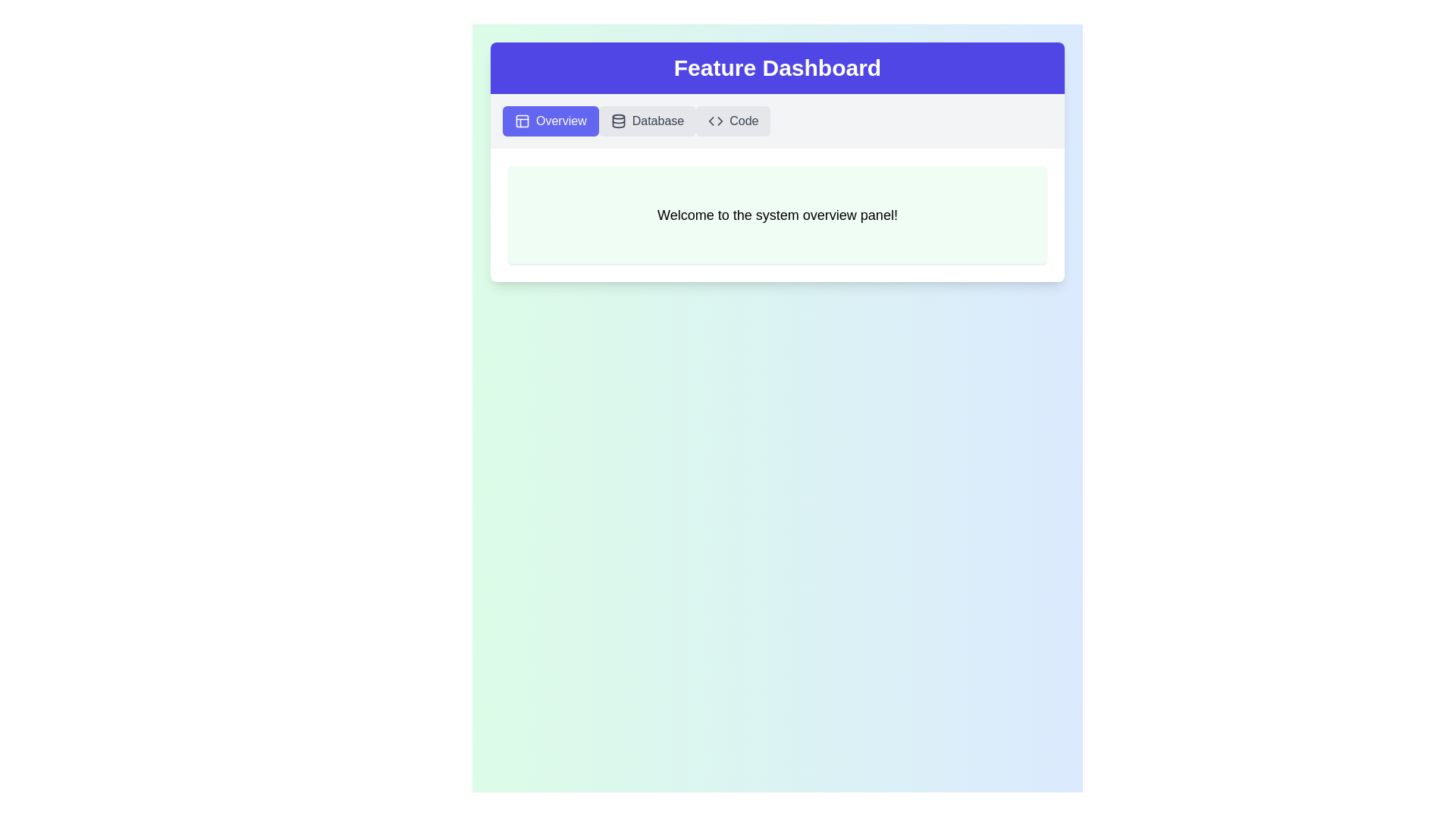 The width and height of the screenshot is (1456, 819). I want to click on the small, square-like icon with a grid-like design located within the left side of the 'Overview' tab in the navigation bar, which is positioned to the left of the text 'Overview', so click(522, 120).